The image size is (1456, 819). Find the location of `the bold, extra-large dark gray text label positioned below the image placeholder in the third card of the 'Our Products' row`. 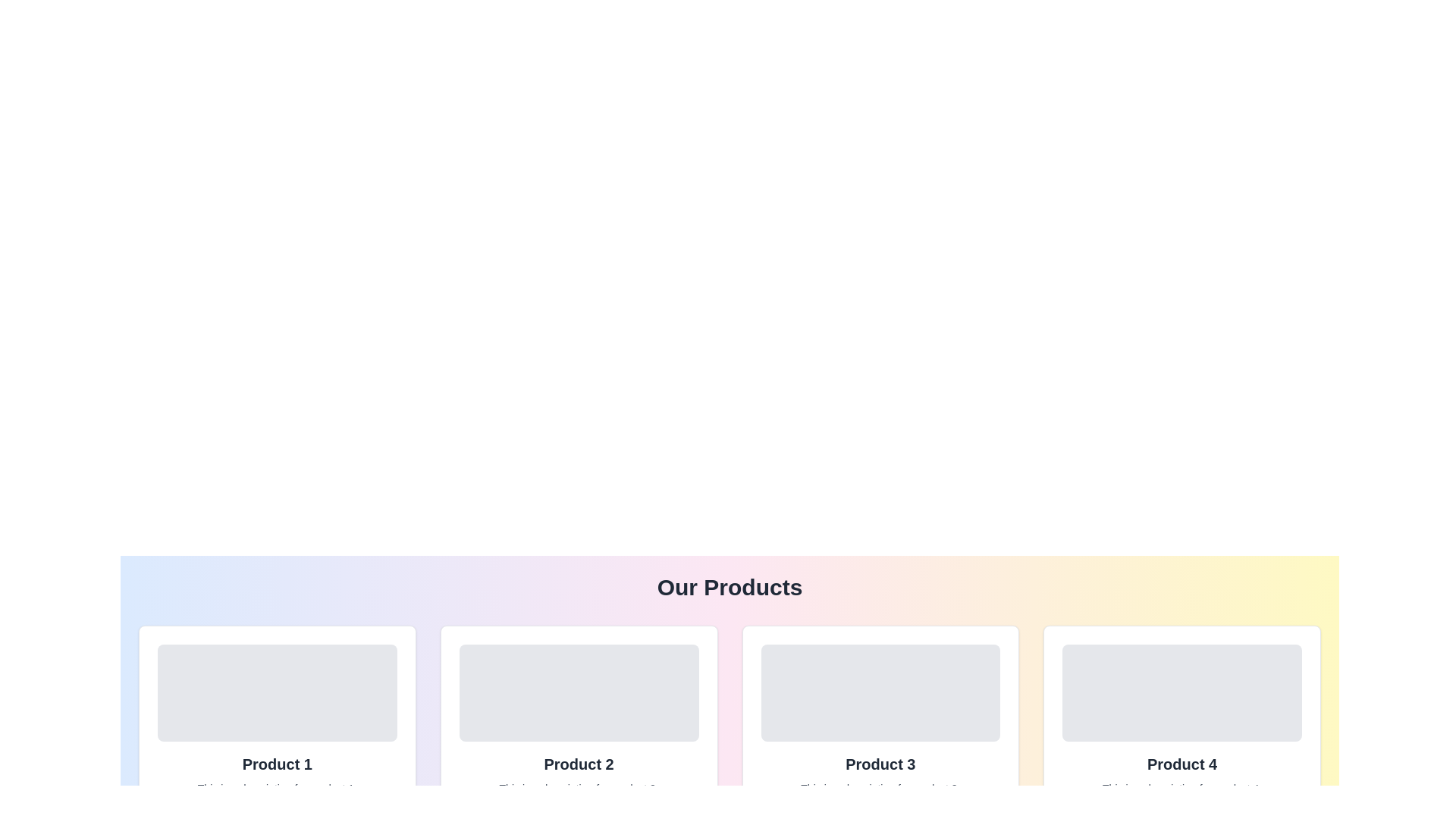

the bold, extra-large dark gray text label positioned below the image placeholder in the third card of the 'Our Products' row is located at coordinates (880, 764).